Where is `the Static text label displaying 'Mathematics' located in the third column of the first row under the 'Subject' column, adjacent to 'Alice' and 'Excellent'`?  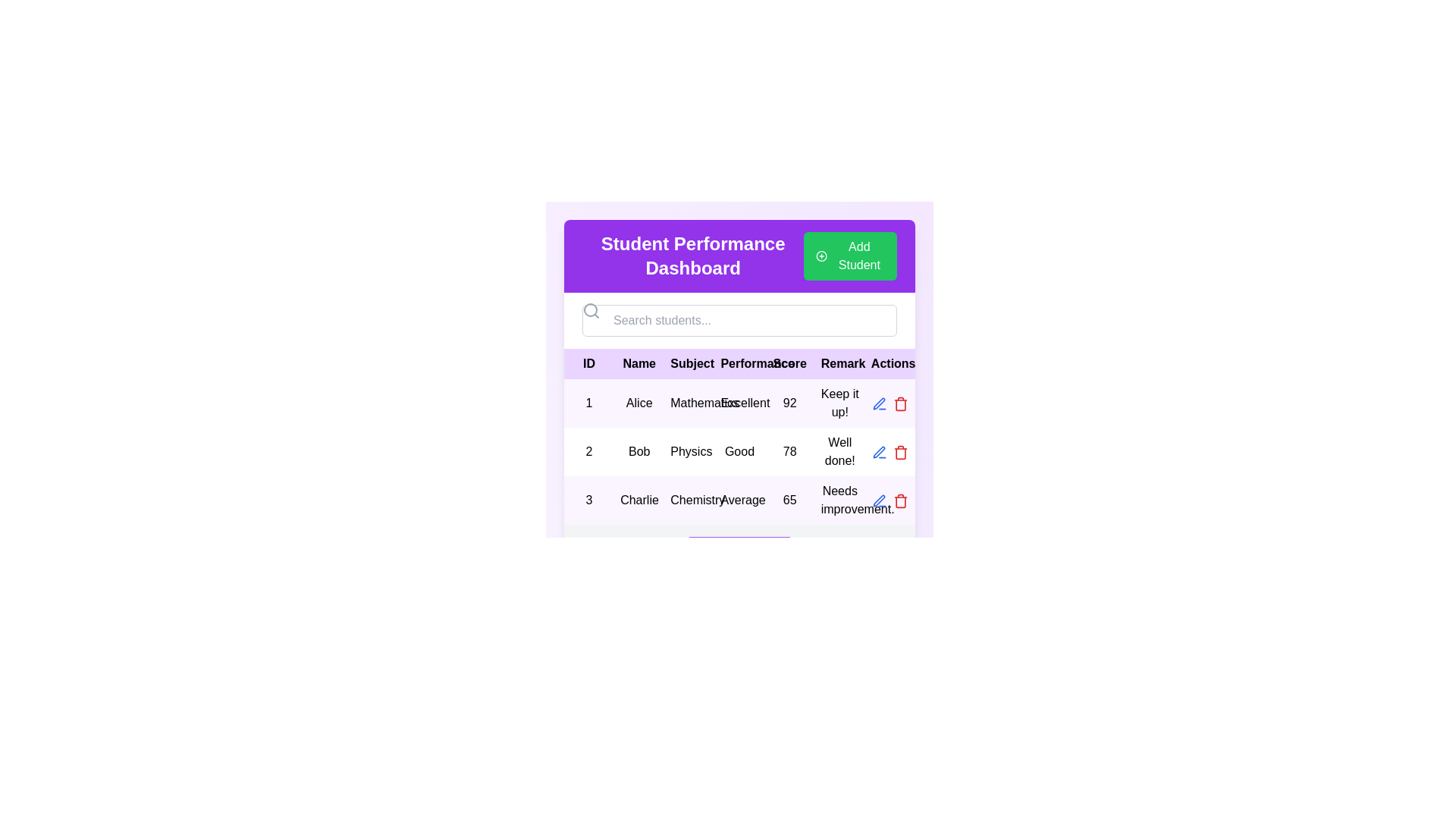 the Static text label displaying 'Mathematics' located in the third column of the first row under the 'Subject' column, adjacent to 'Alice' and 'Excellent' is located at coordinates (689, 403).